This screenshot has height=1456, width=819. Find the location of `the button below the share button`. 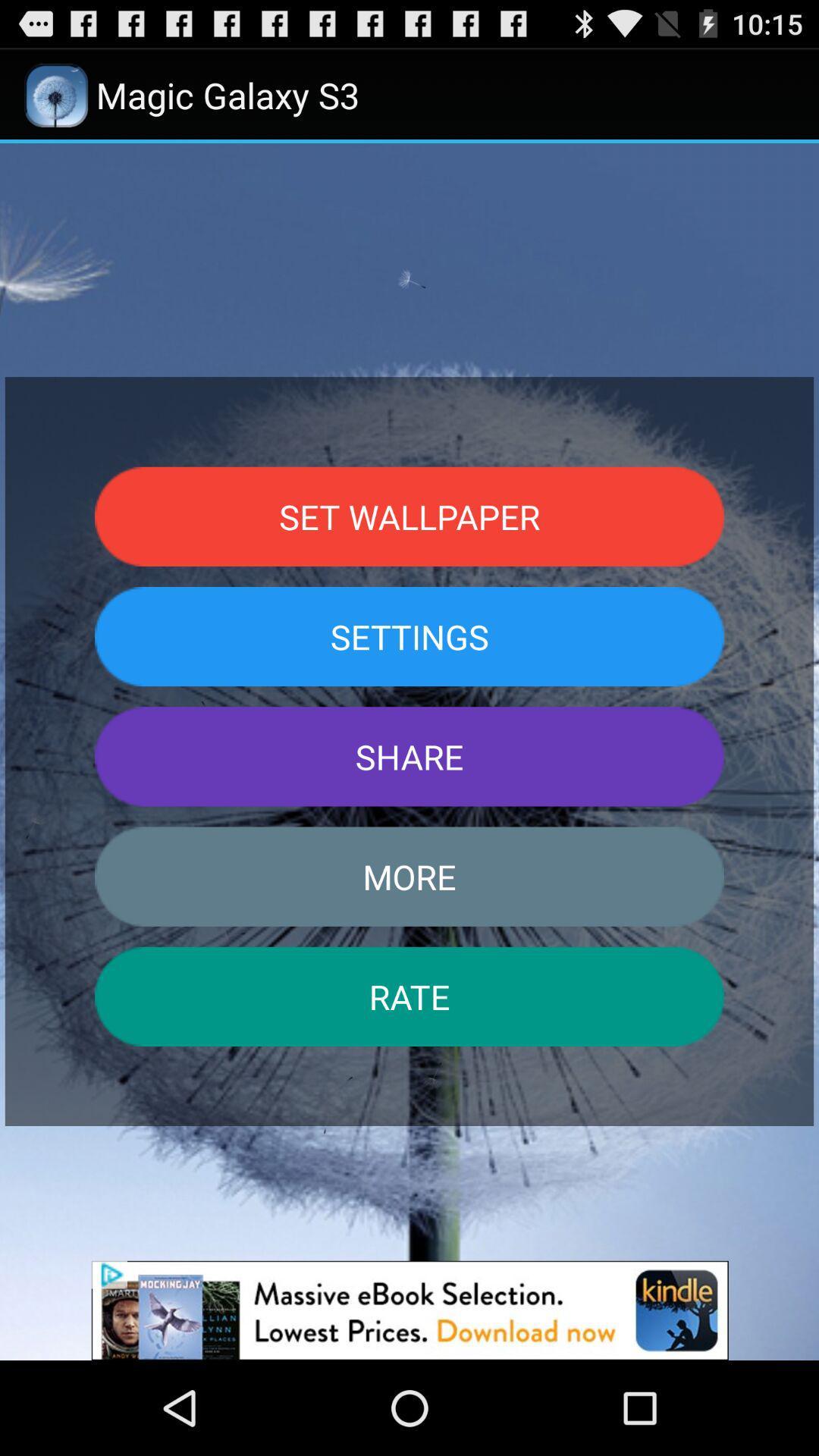

the button below the share button is located at coordinates (409, 877).